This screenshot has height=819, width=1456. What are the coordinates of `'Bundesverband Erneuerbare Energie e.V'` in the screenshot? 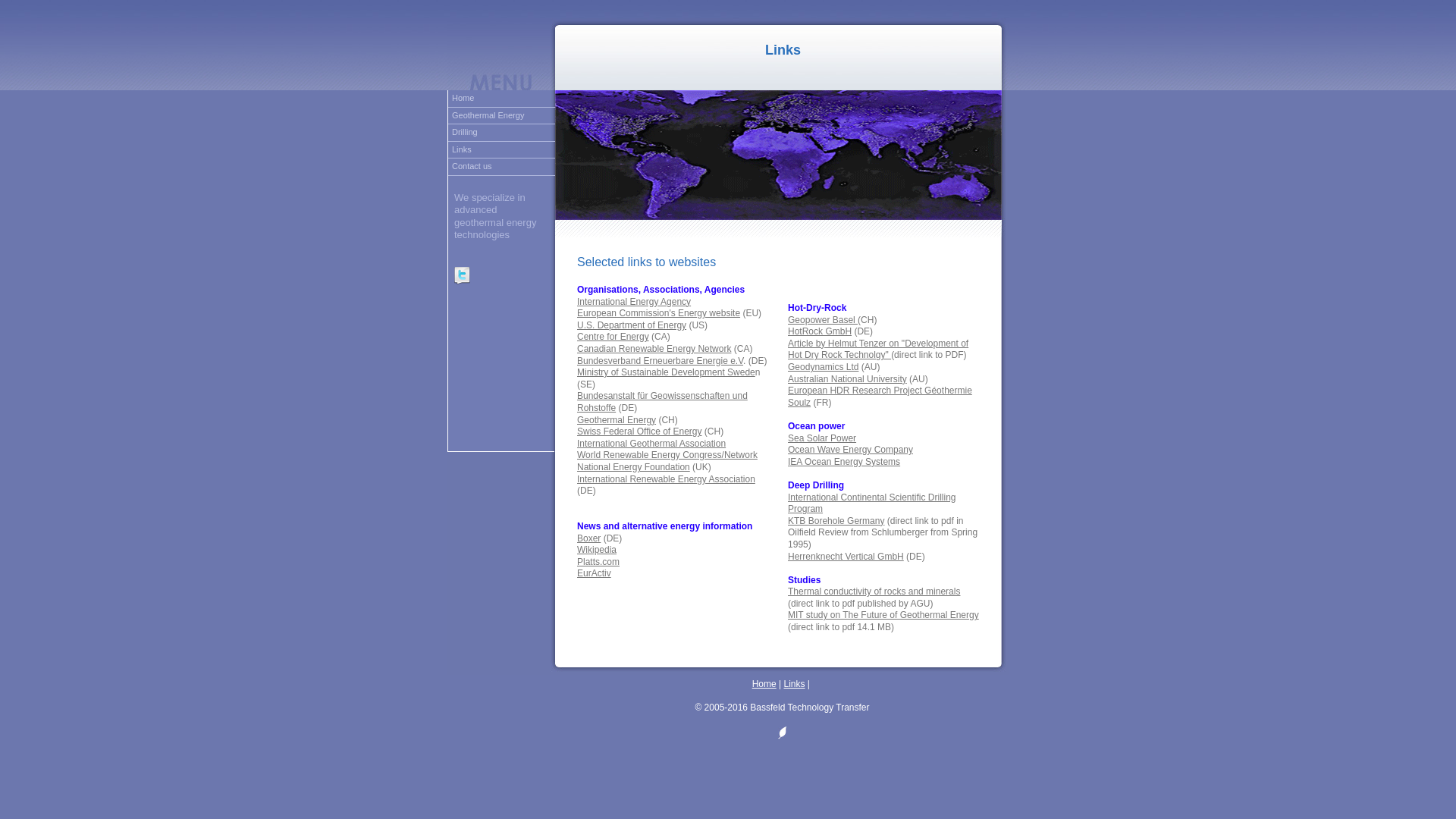 It's located at (576, 360).